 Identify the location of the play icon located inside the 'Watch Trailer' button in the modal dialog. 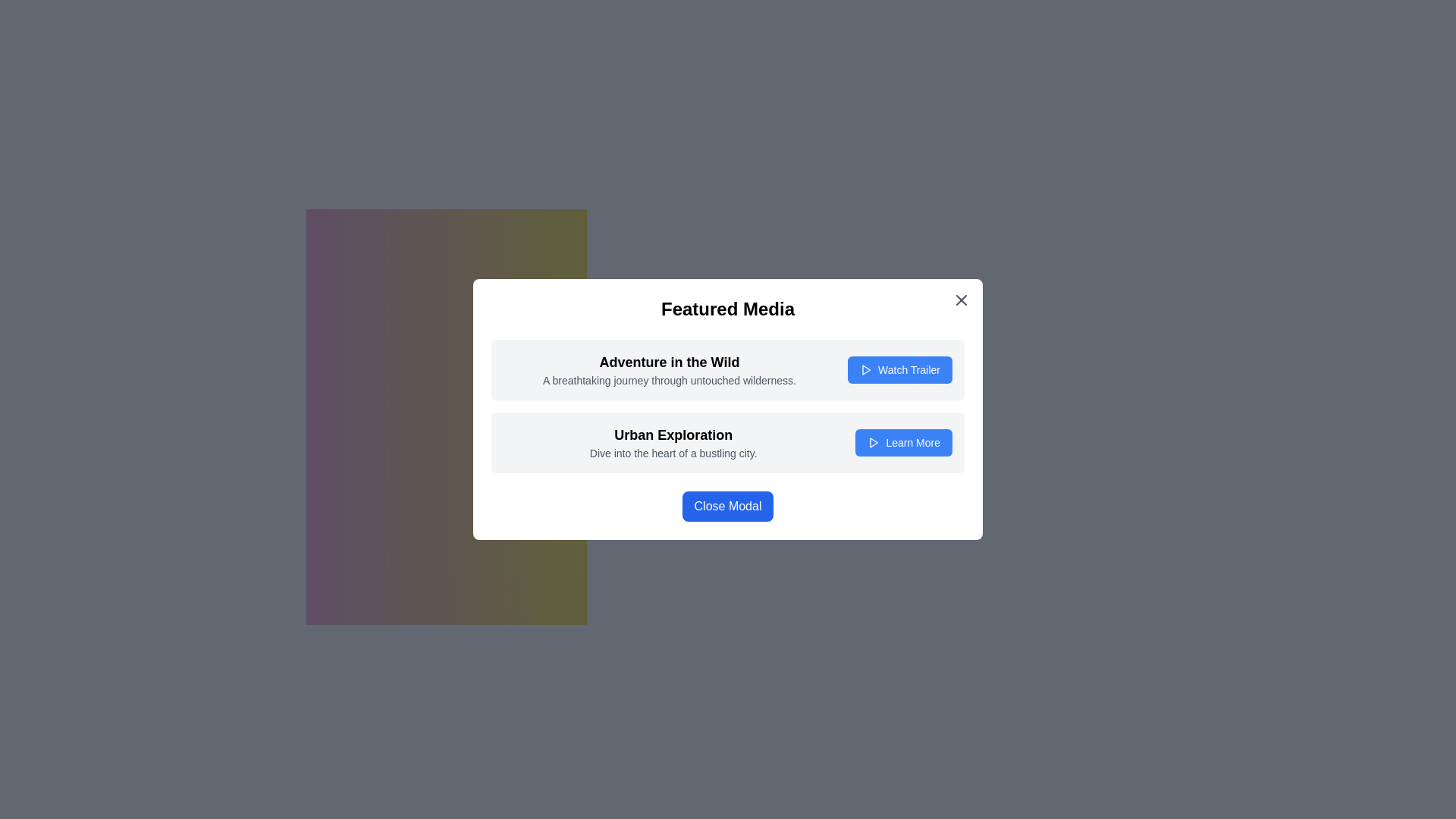
(866, 370).